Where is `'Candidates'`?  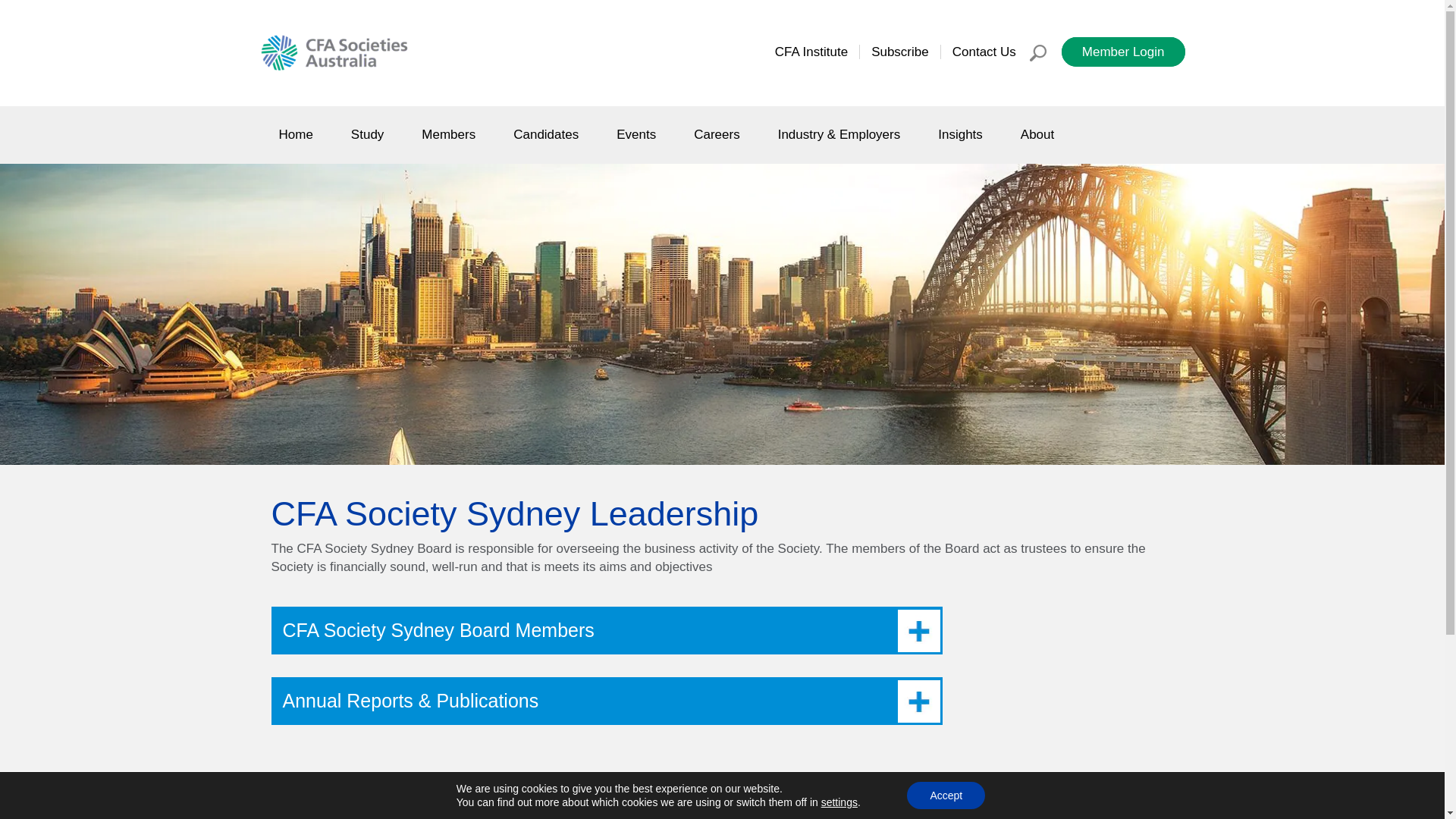 'Candidates' is located at coordinates (494, 133).